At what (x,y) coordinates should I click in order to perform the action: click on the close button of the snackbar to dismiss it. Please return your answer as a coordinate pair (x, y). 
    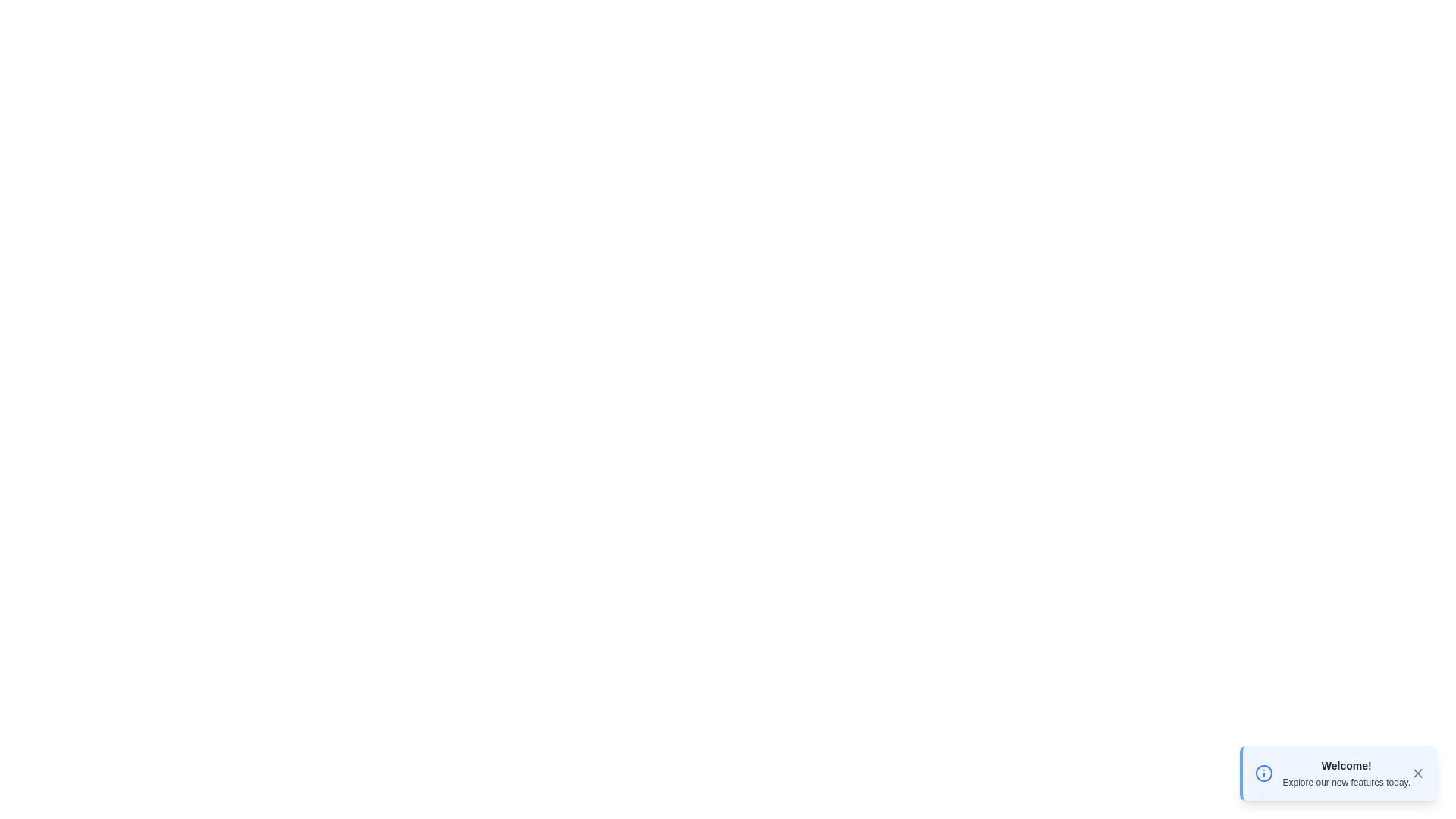
    Looking at the image, I should click on (1417, 773).